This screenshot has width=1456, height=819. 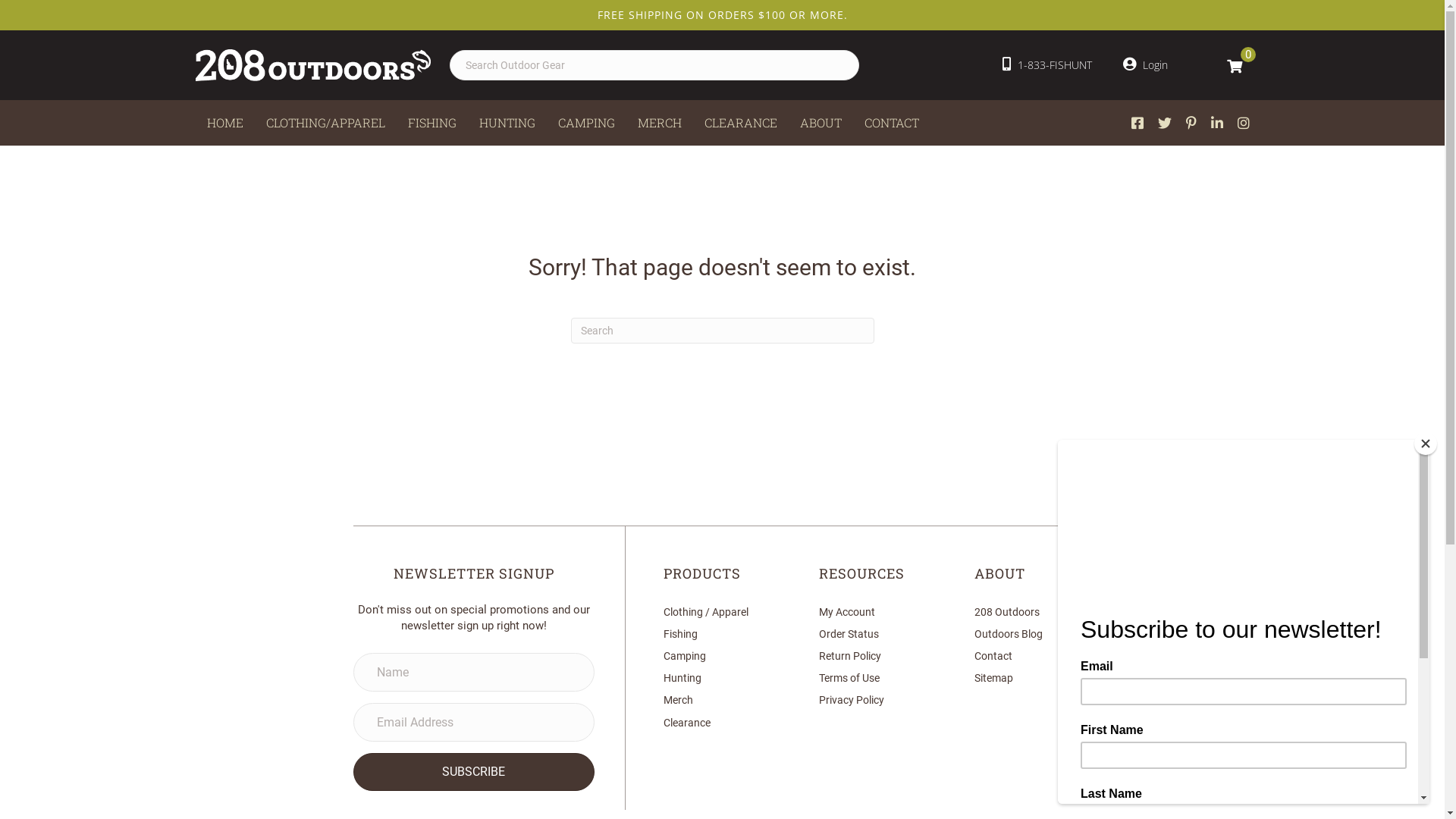 I want to click on 'Merch', so click(x=663, y=699).